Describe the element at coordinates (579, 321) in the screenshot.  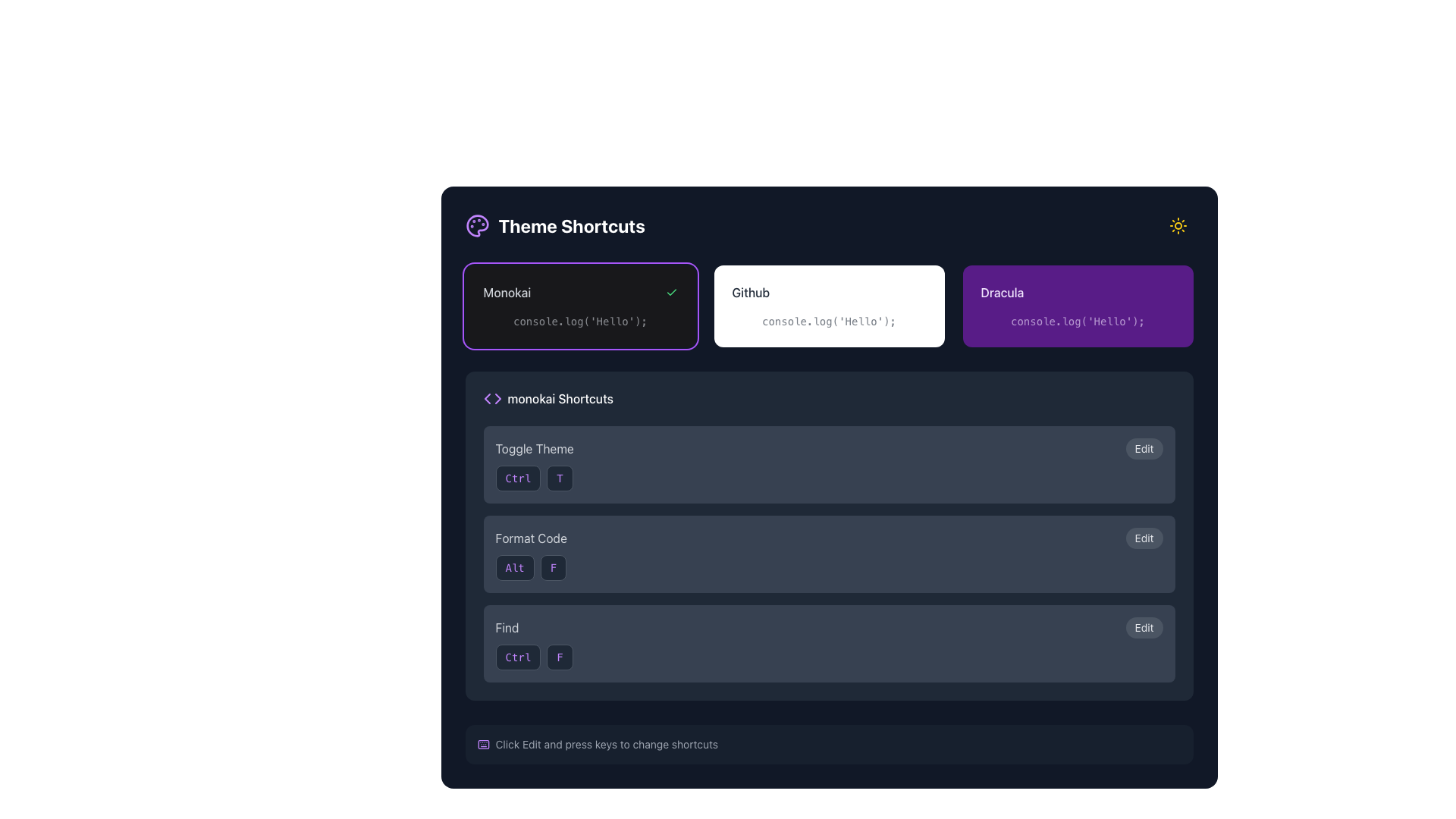
I see `the static text or code snippet display element located inside the 'Monokai' card, positioned at the lower portion beneath the card's label` at that location.